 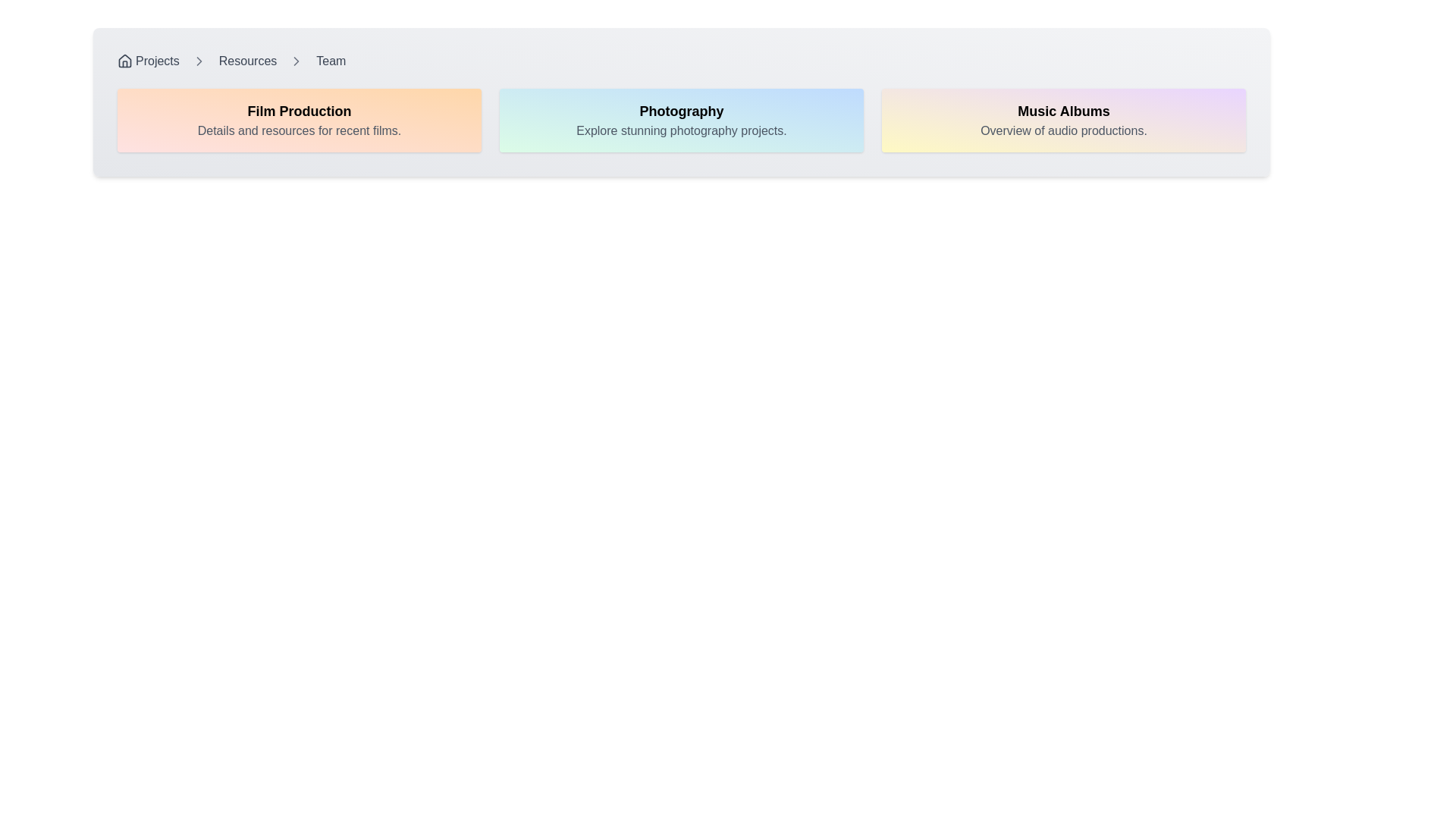 I want to click on the house-shaped icon located in the breadcrumb navigation area at the top-left section of the interface, so click(x=124, y=60).